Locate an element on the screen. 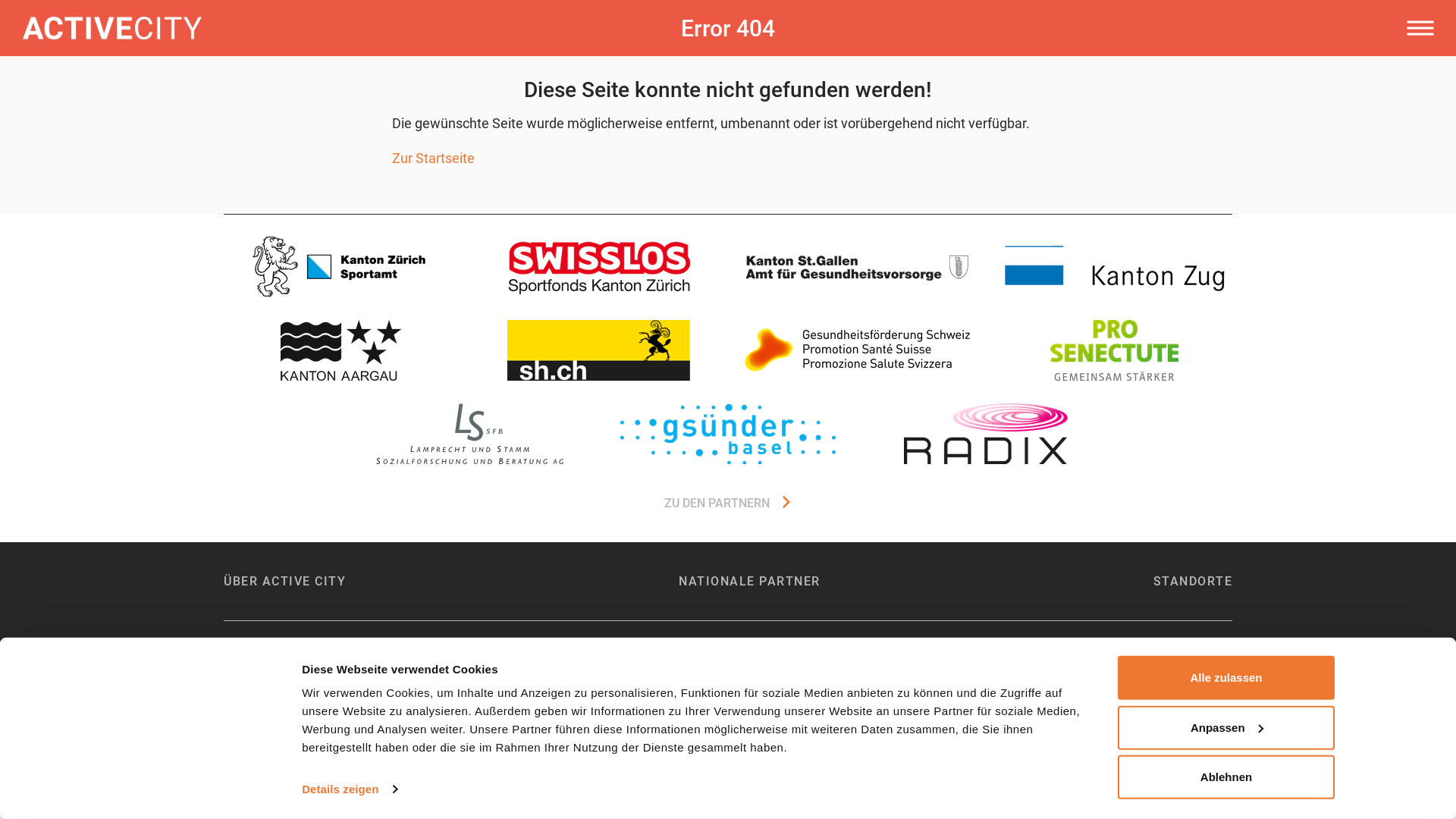 The width and height of the screenshot is (1456, 819). 'ZU DEN PARTNERN' is located at coordinates (728, 503).